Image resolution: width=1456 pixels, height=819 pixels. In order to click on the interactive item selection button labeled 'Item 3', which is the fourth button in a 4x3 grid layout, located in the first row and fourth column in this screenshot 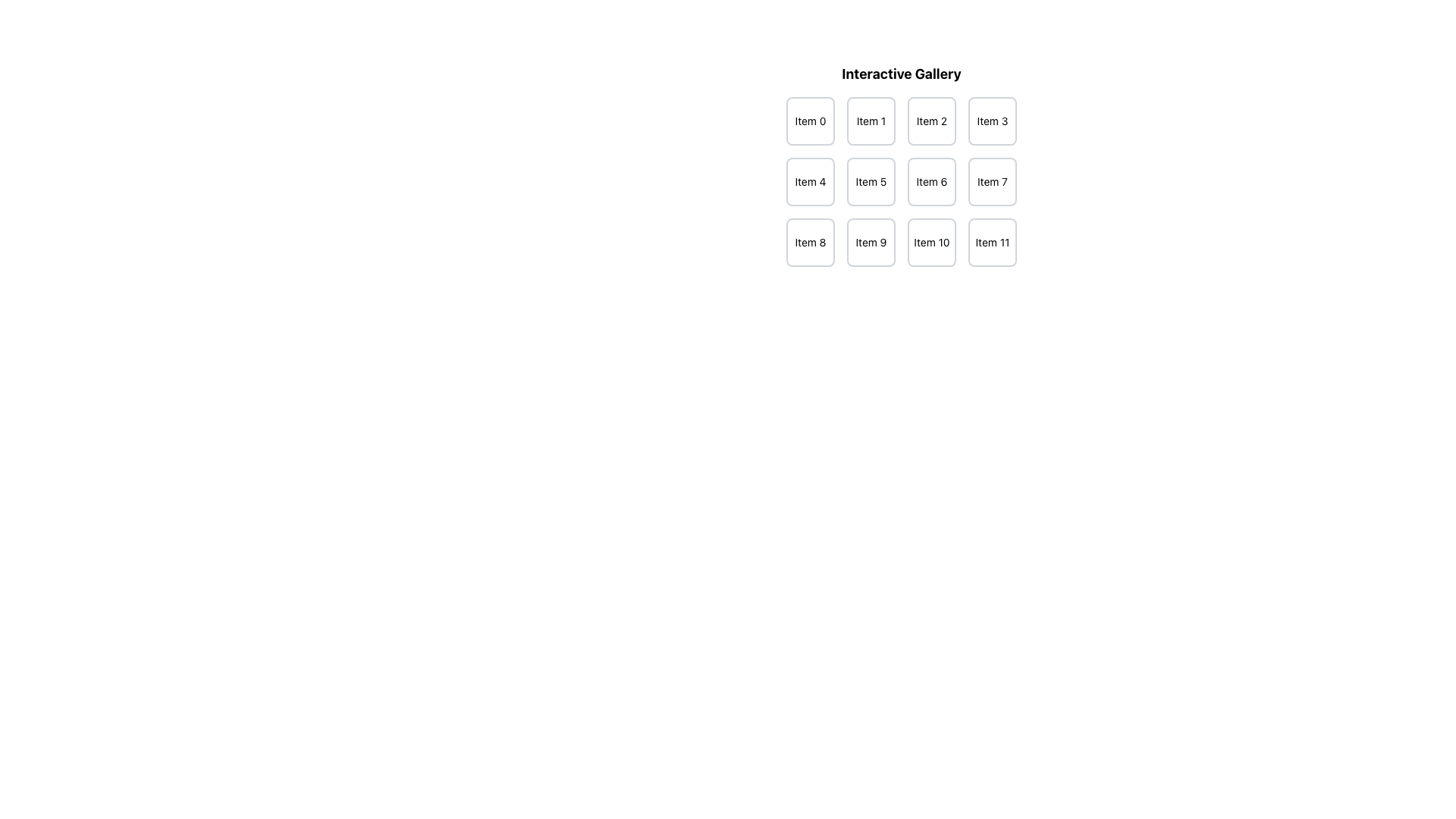, I will do `click(993, 120)`.